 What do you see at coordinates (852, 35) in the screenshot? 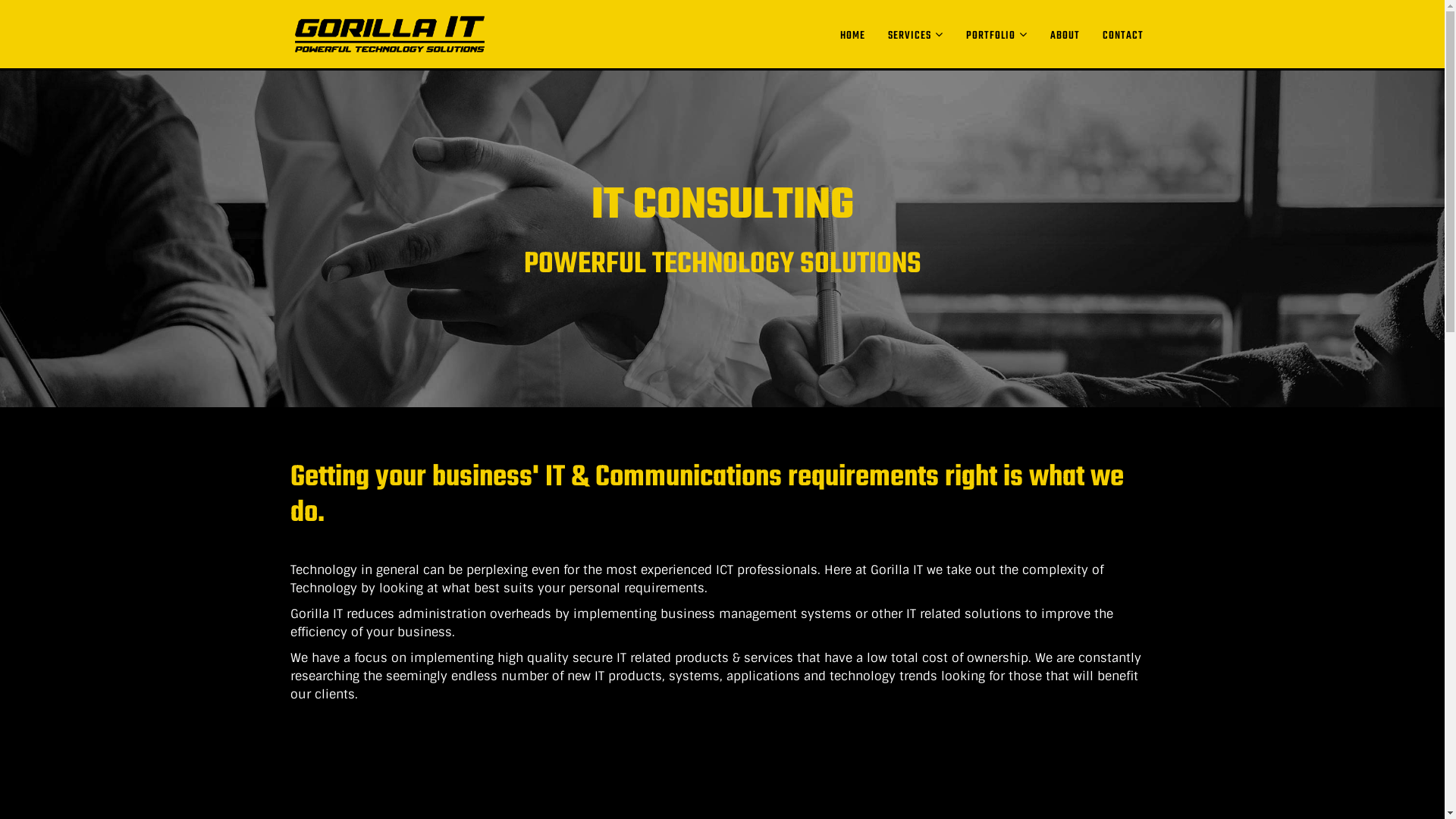
I see `'HOME'` at bounding box center [852, 35].